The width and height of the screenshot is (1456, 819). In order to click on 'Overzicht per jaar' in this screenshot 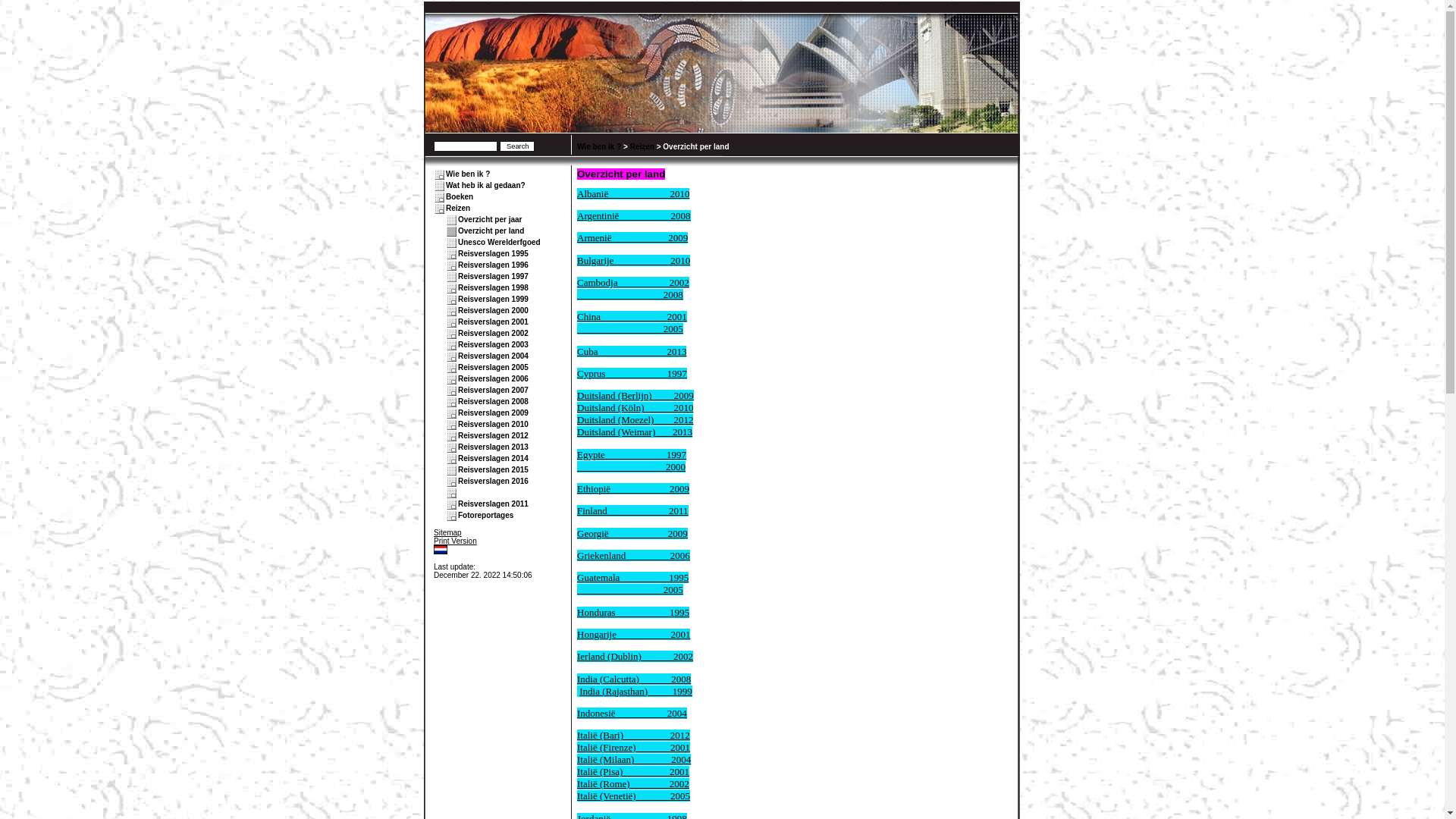, I will do `click(490, 219)`.